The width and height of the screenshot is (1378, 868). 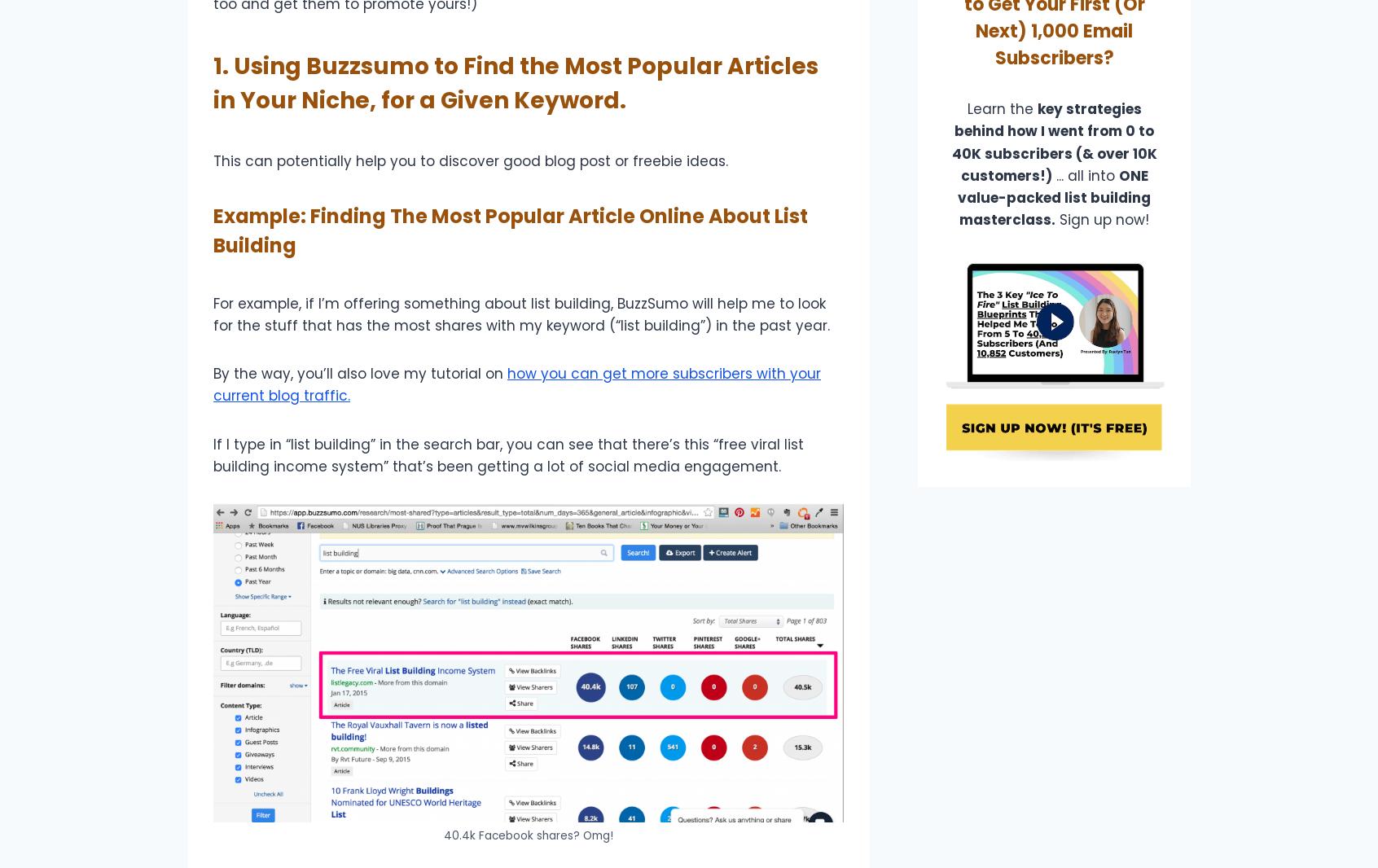 What do you see at coordinates (213, 81) in the screenshot?
I see `'1. Using Buzzsumo to Find the Most Popular Articles in Your Niche, for a Given Keyword.'` at bounding box center [213, 81].